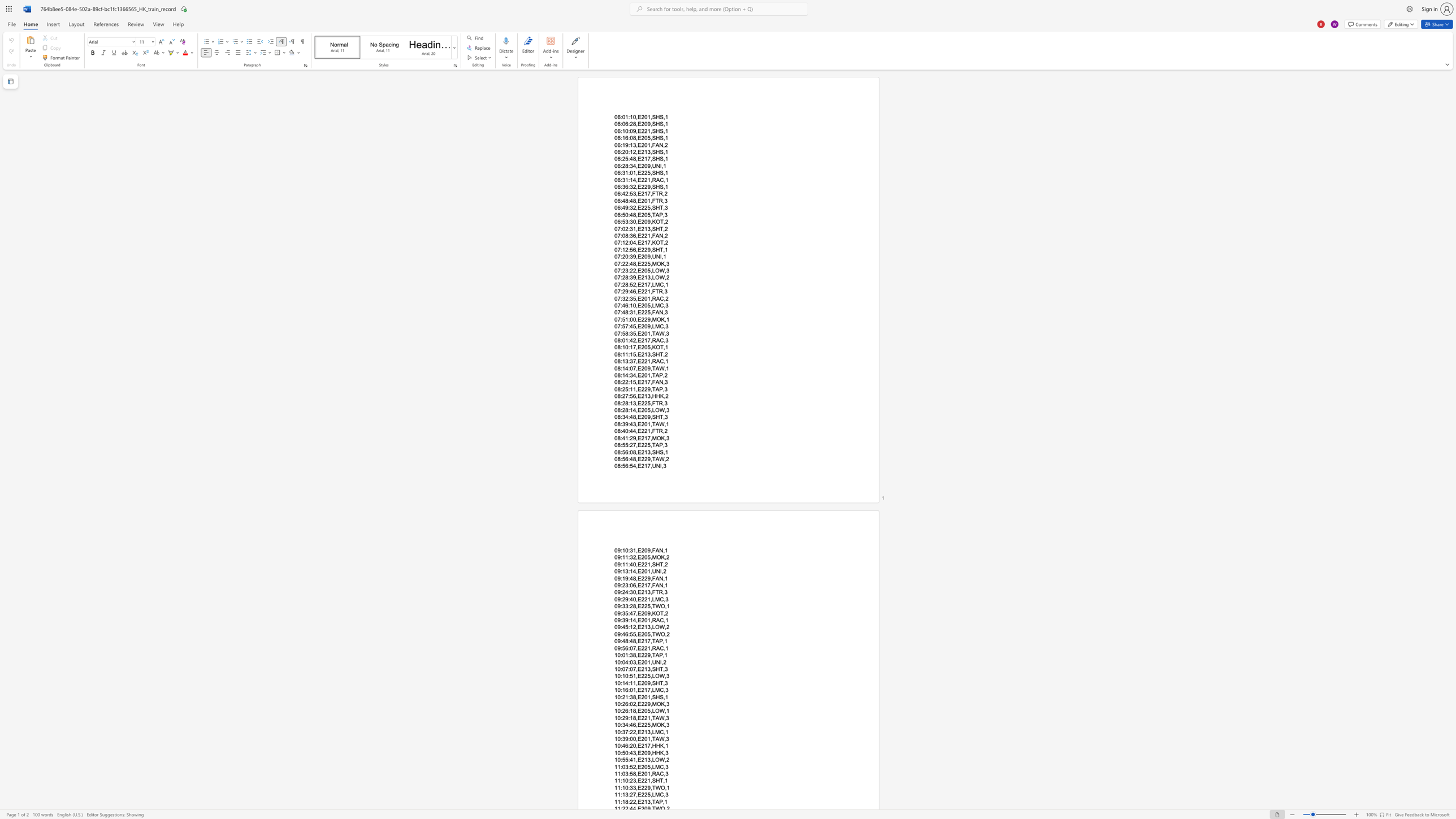  Describe the element at coordinates (617, 459) in the screenshot. I see `the space between the continuous character "0" and "8" in the text` at that location.